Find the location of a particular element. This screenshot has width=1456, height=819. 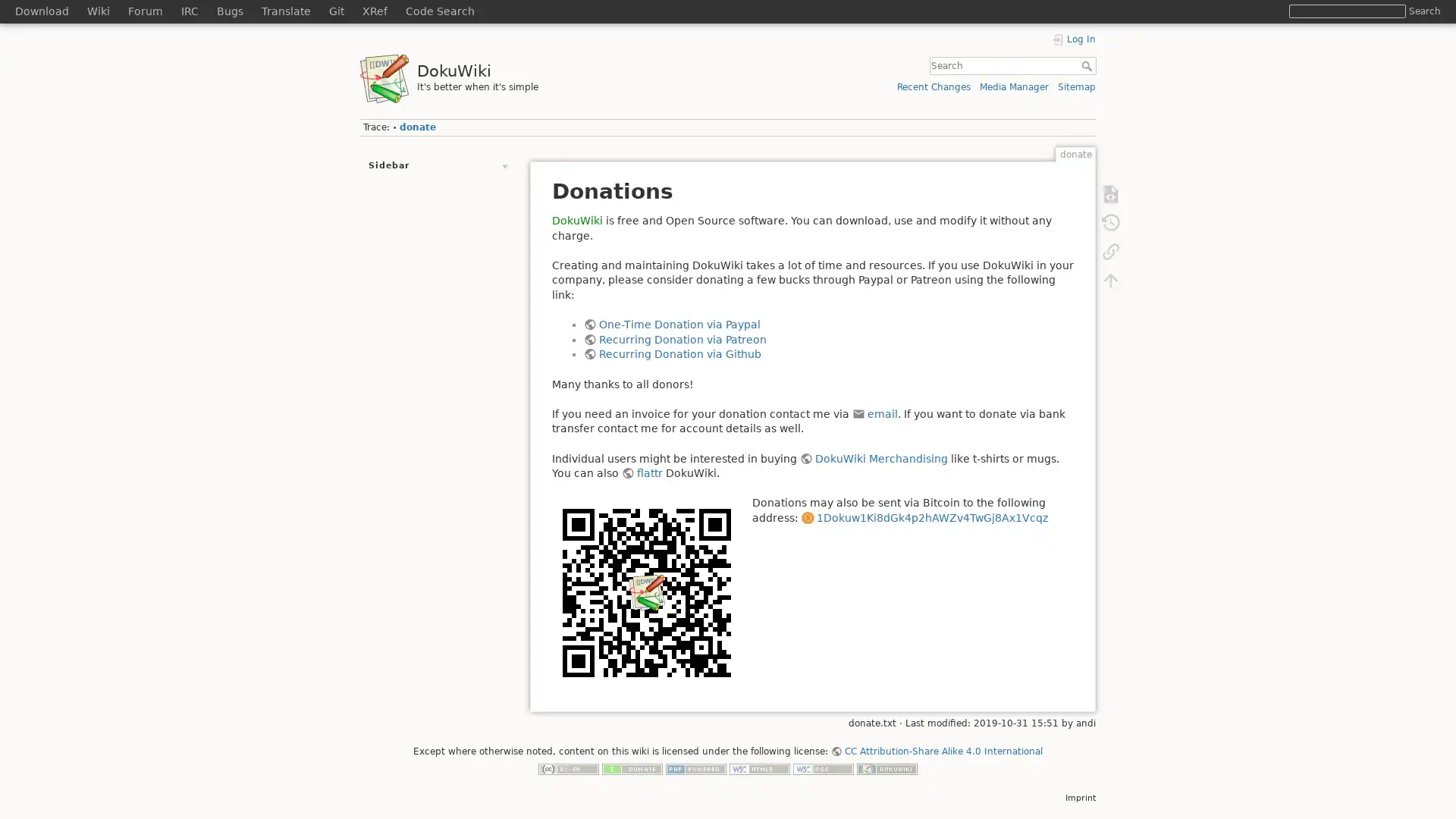

Search is located at coordinates (1087, 65).